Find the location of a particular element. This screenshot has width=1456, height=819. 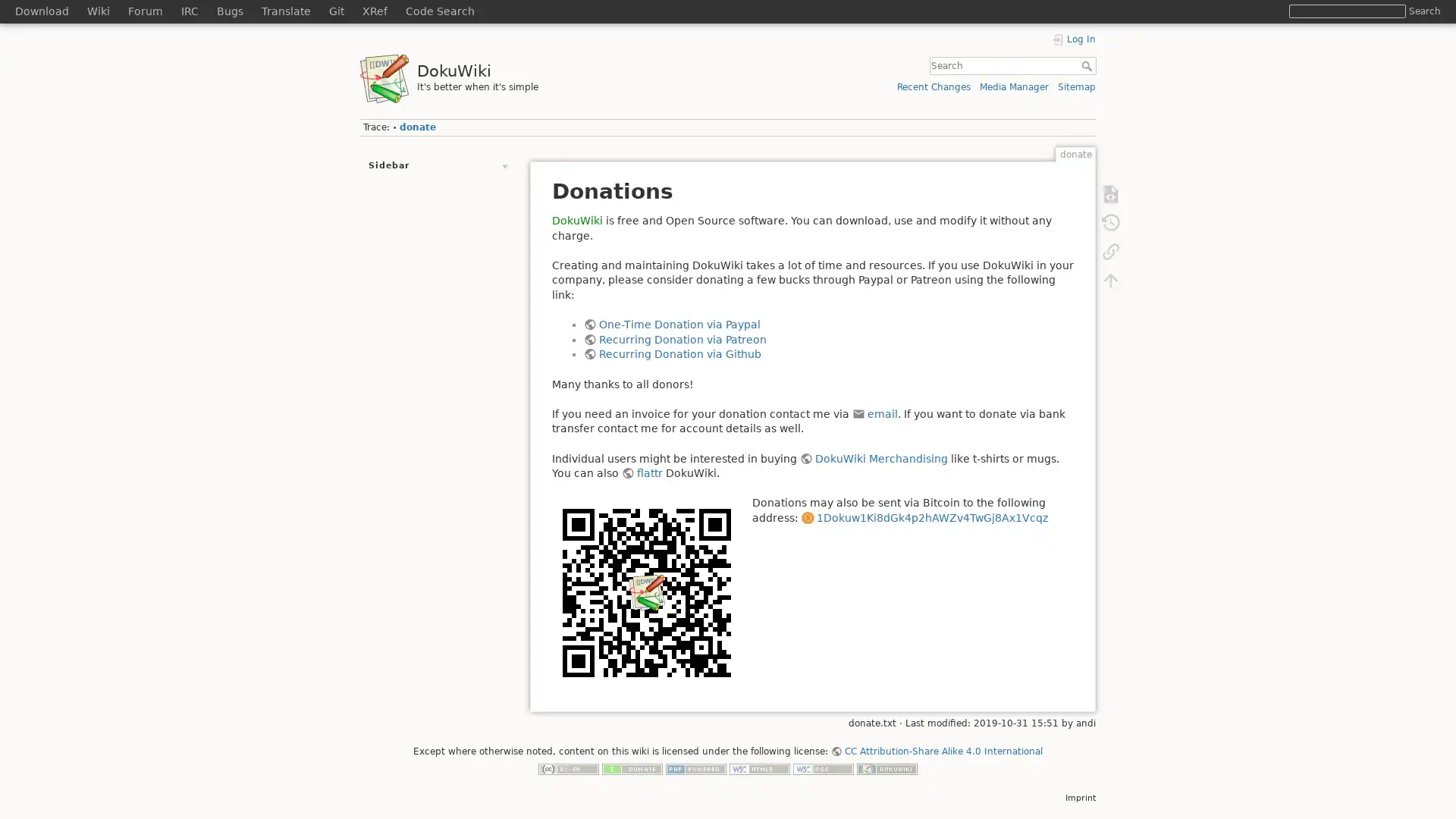

Search is located at coordinates (1087, 65).